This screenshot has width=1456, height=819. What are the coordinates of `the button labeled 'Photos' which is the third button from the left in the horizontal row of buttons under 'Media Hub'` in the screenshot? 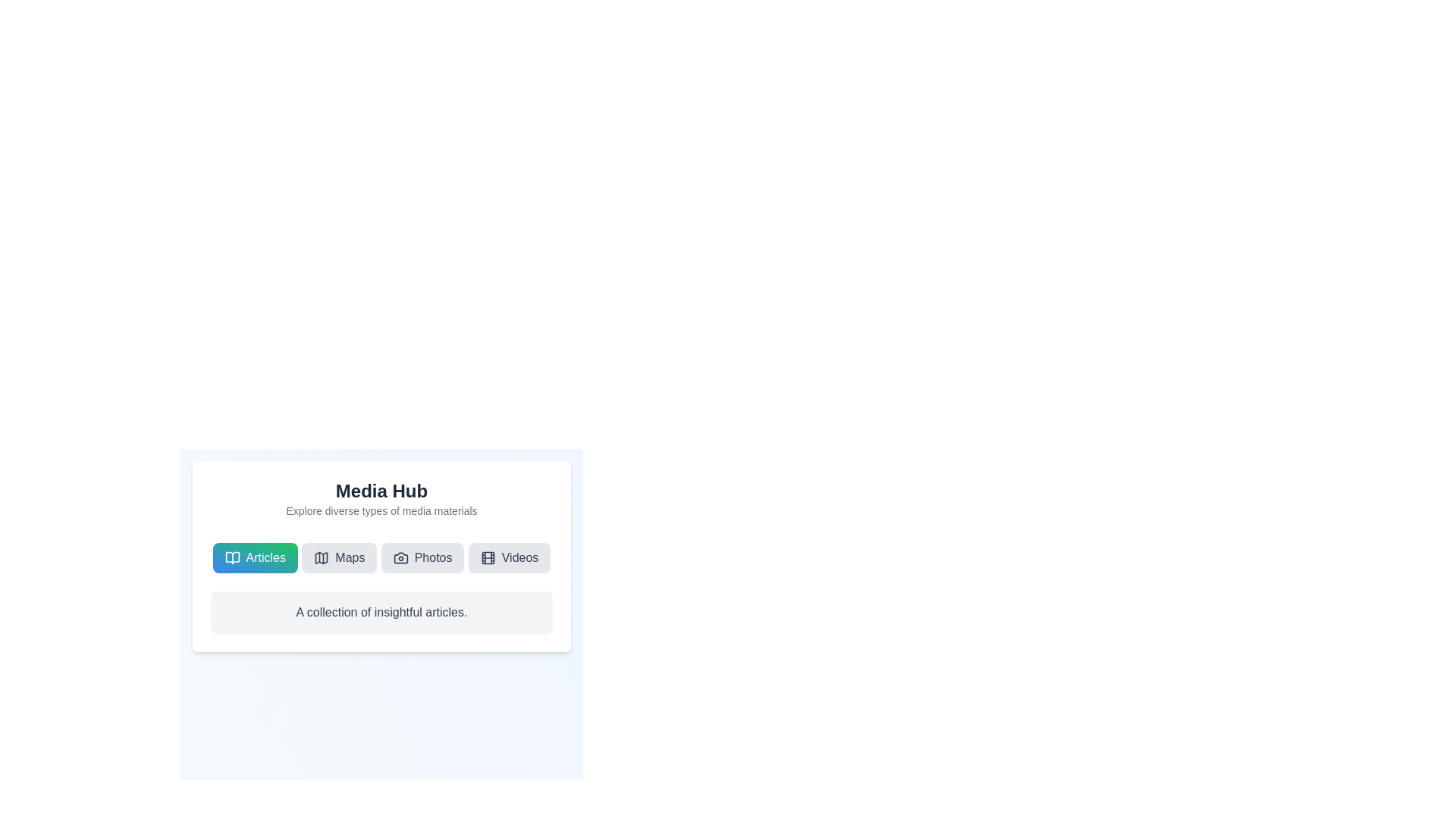 It's located at (422, 558).